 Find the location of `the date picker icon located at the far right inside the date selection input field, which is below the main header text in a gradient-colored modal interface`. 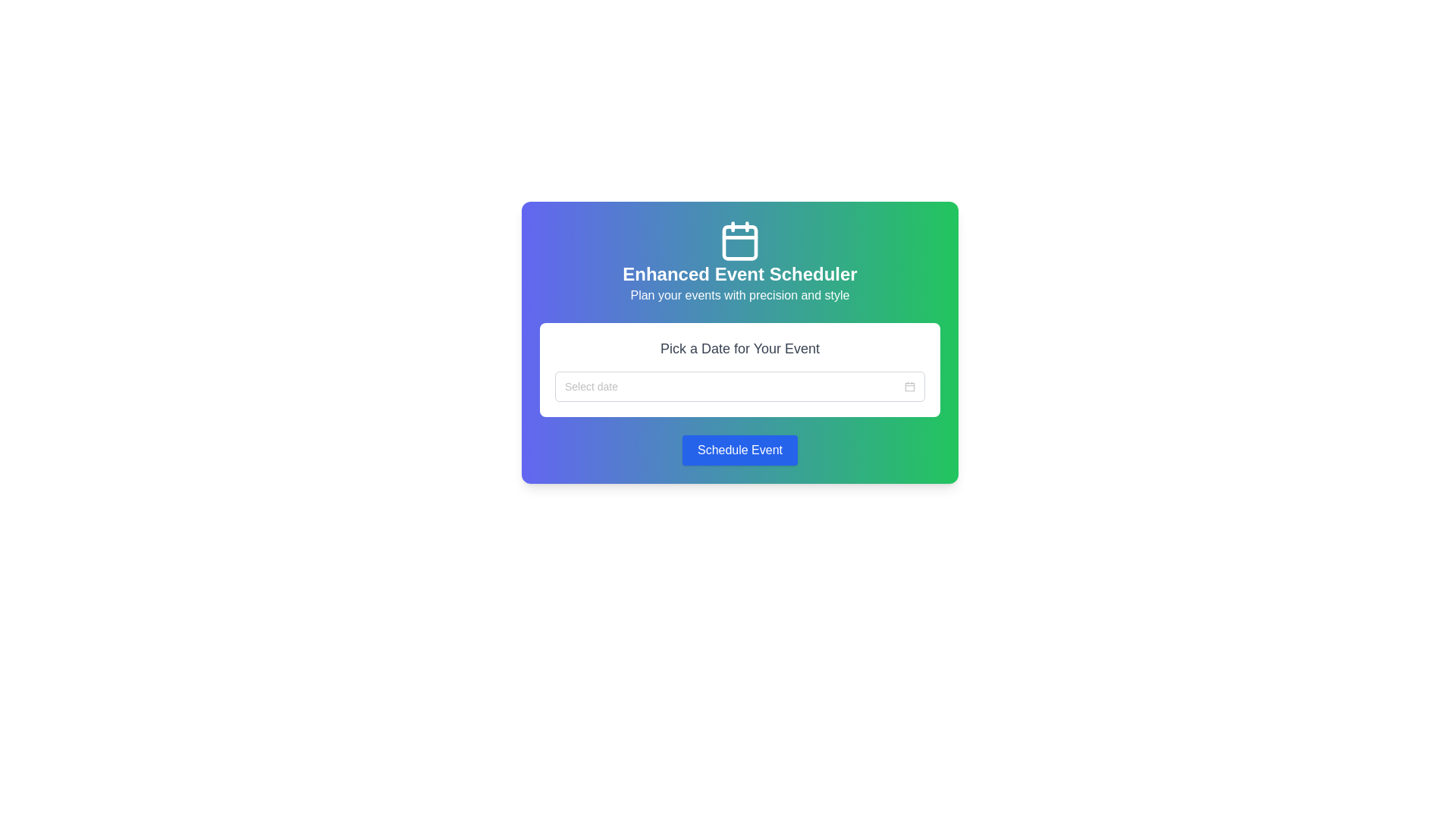

the date picker icon located at the far right inside the date selection input field, which is below the main header text in a gradient-colored modal interface is located at coordinates (910, 385).